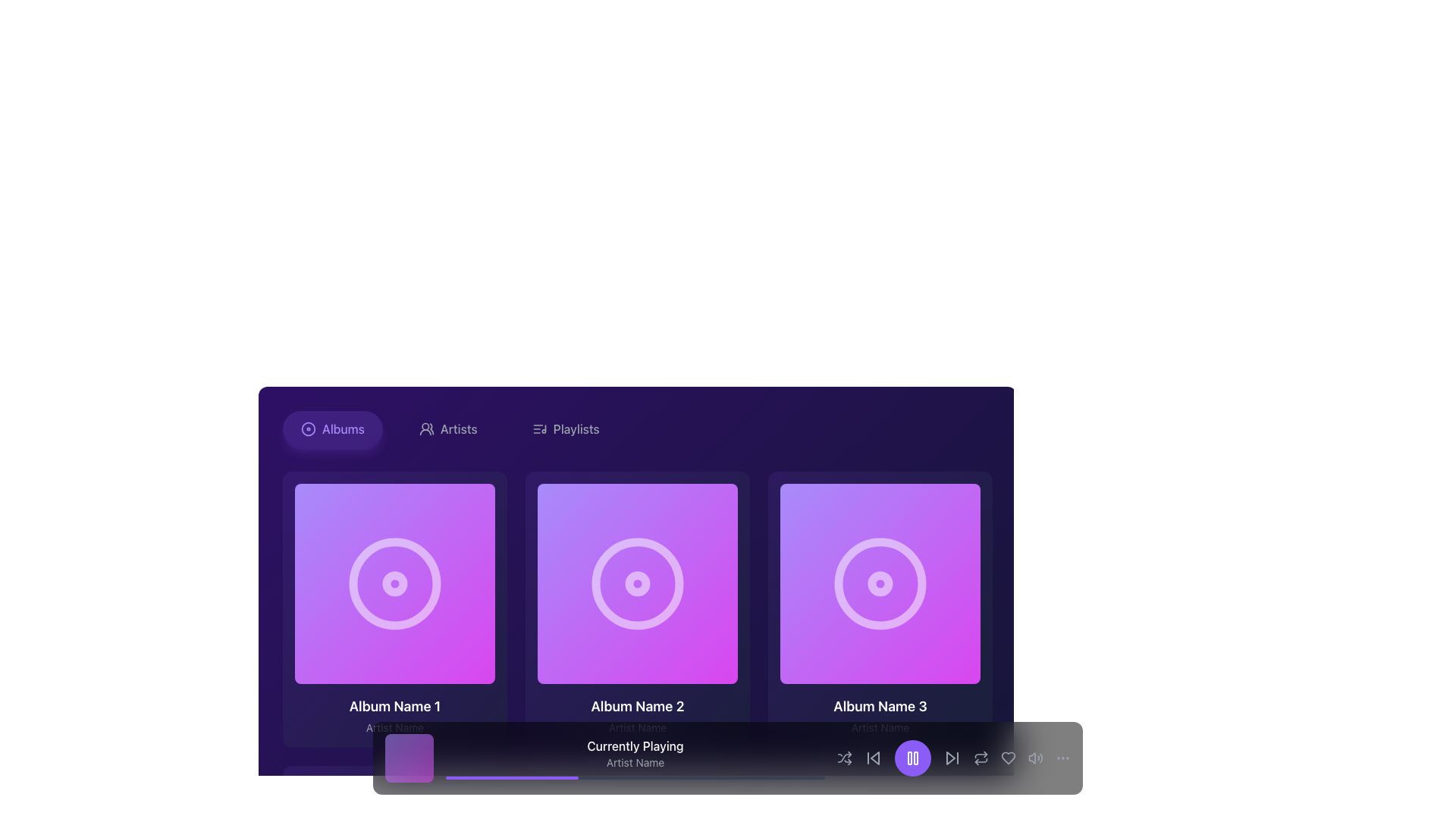 Image resolution: width=1456 pixels, height=819 pixels. Describe the element at coordinates (449, 429) in the screenshot. I see `the 'Artists' button, which is a rounded button with light gray text, located in the center of a horizontal menu flanked by 'Albums' and 'Playlists'` at that location.